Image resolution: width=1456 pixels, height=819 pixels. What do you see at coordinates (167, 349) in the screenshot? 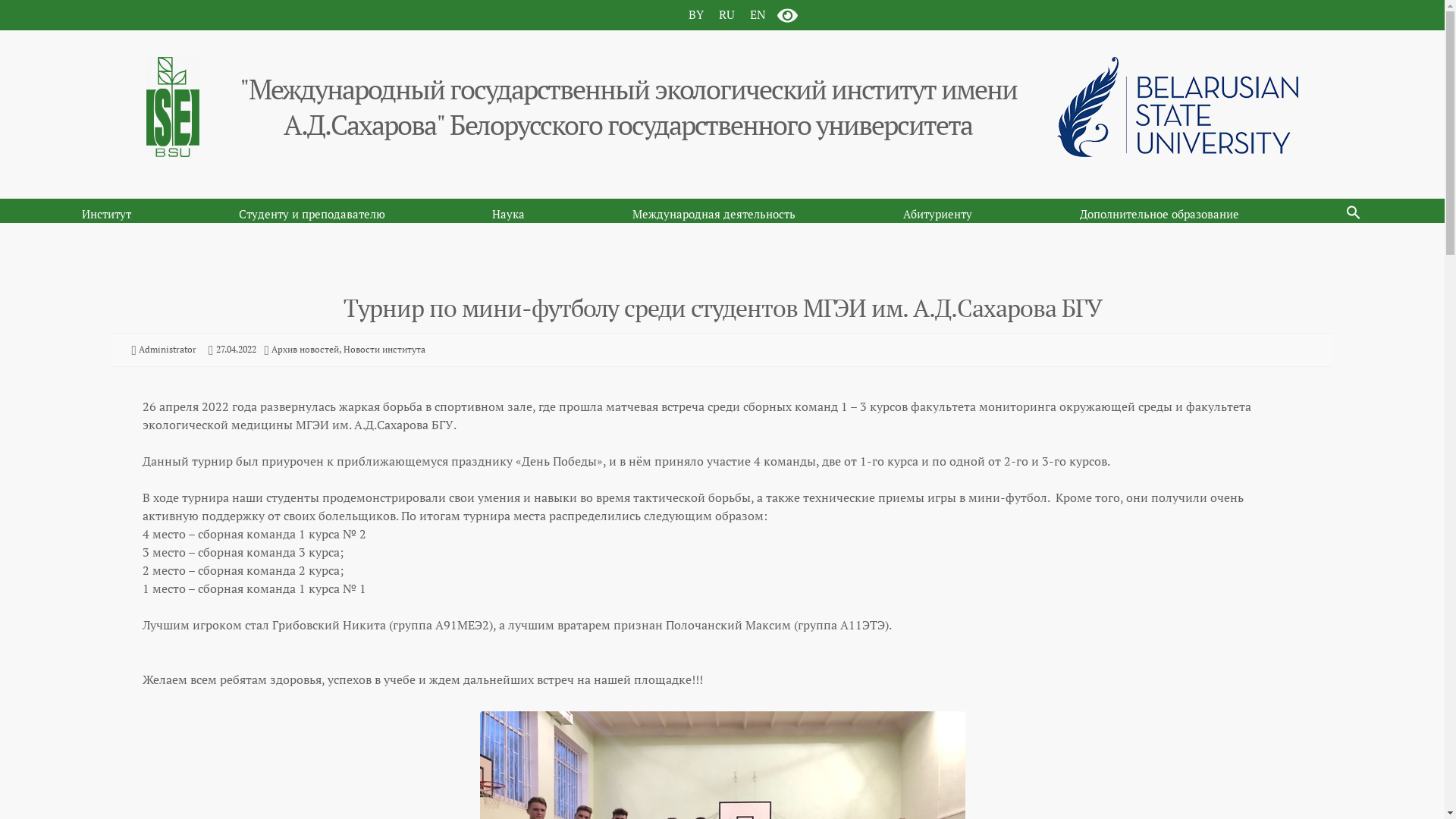
I see `'Administrator'` at bounding box center [167, 349].